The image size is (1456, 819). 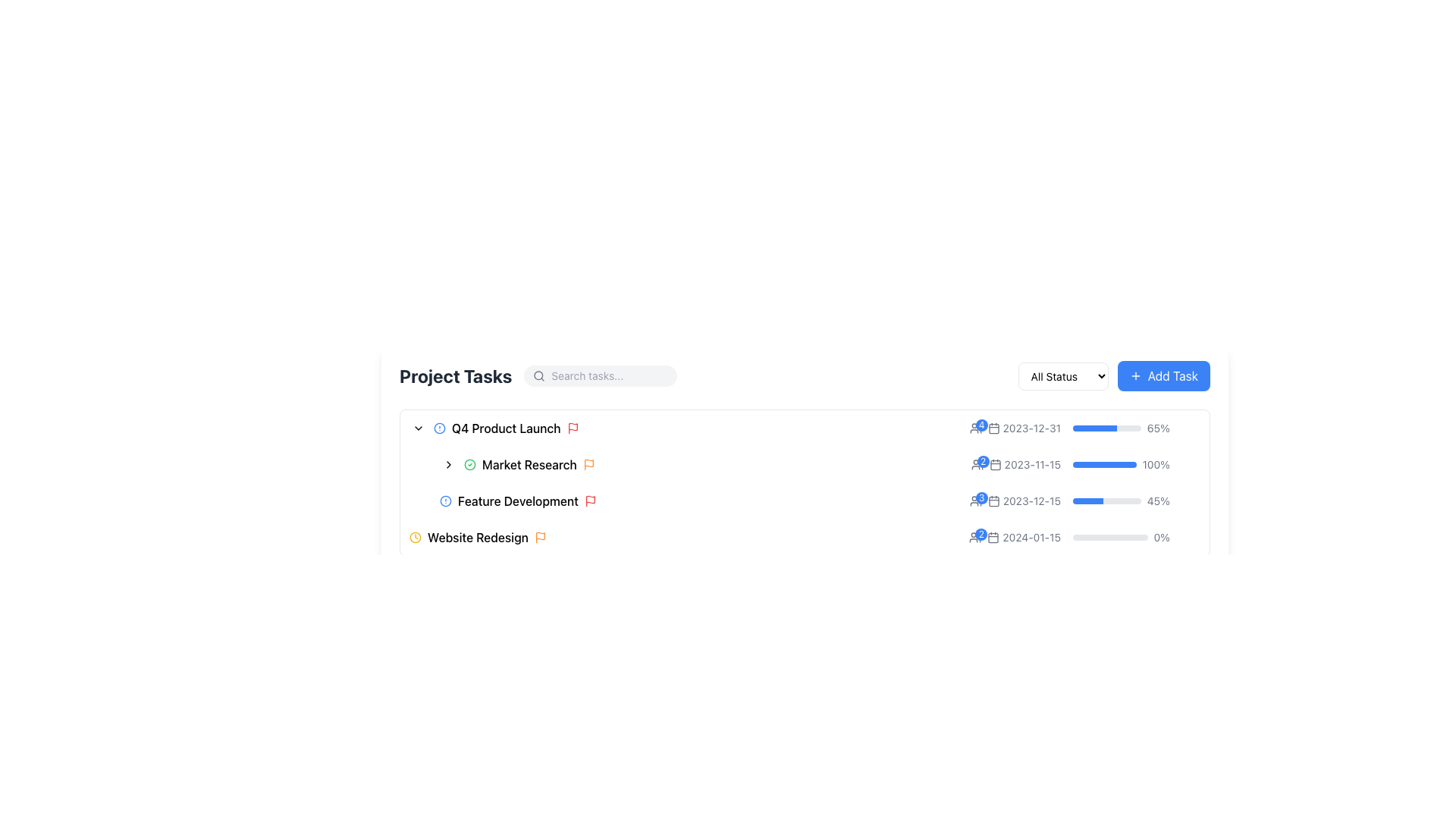 What do you see at coordinates (1106, 500) in the screenshot?
I see `the completion percentage of the progress bar representing the task for the date 2023-12-15, which is the third item in the list` at bounding box center [1106, 500].